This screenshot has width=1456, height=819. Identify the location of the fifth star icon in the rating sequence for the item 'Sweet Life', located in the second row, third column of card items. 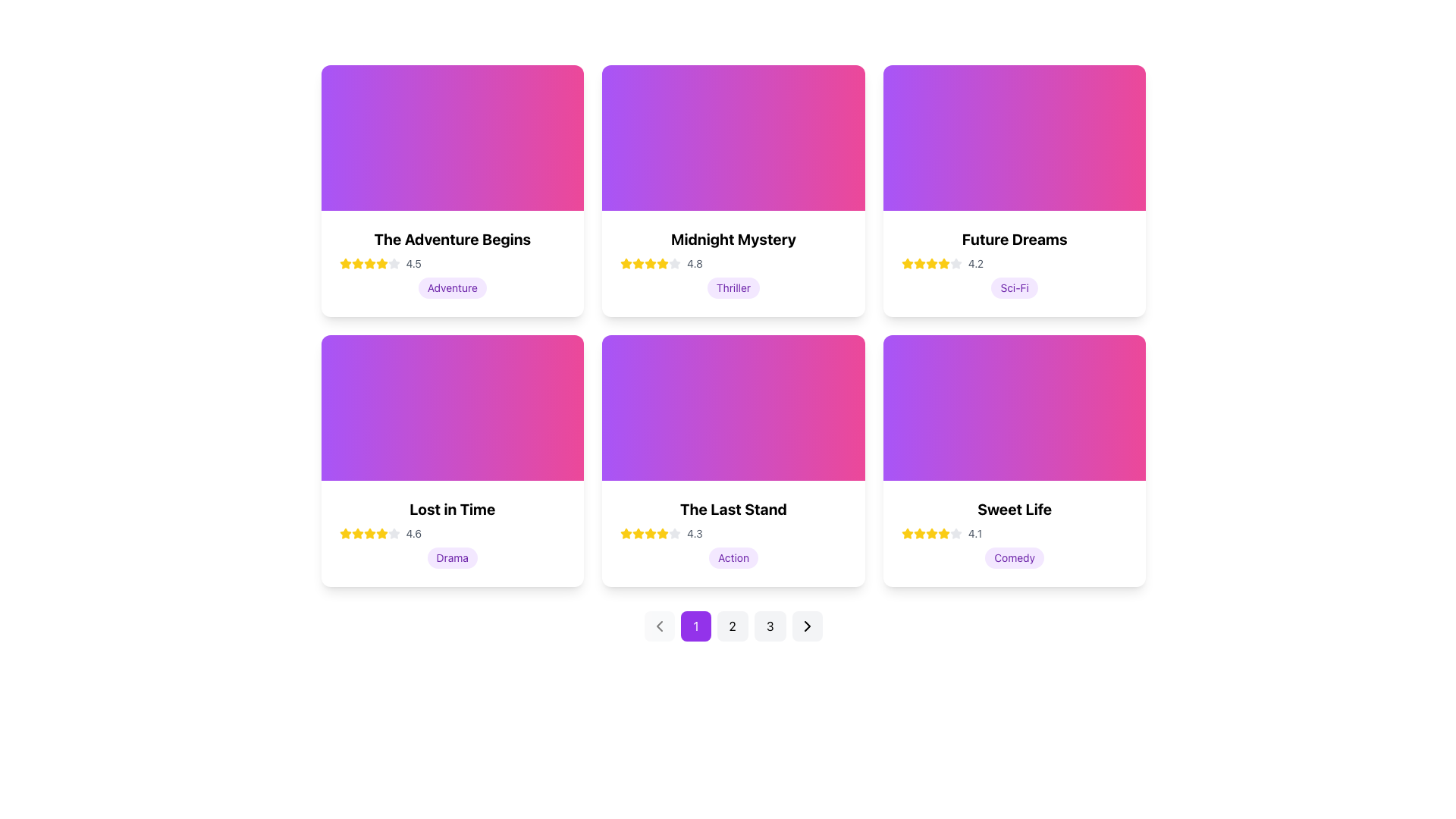
(943, 533).